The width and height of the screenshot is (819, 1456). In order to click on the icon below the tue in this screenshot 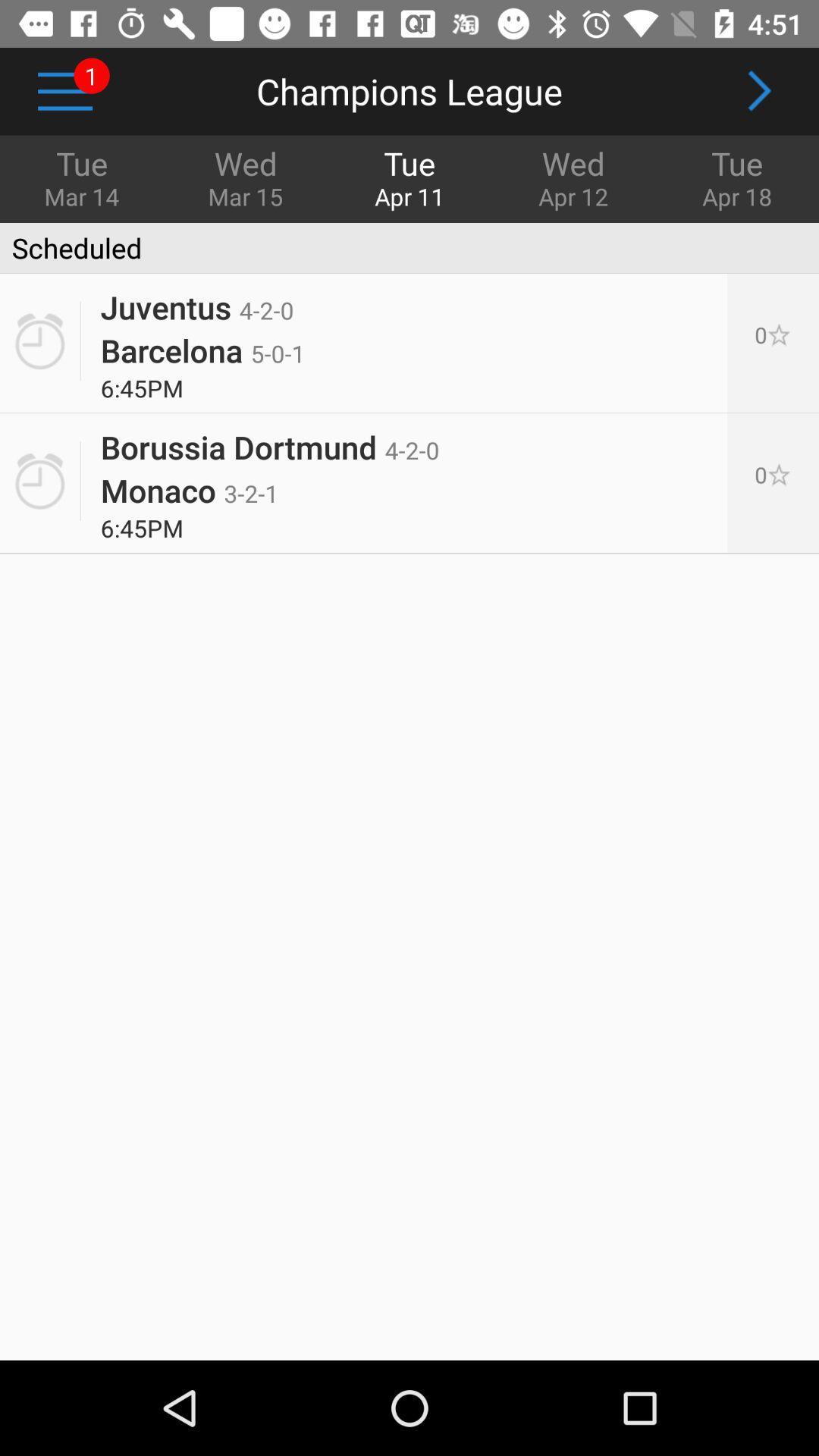, I will do `click(71, 247)`.